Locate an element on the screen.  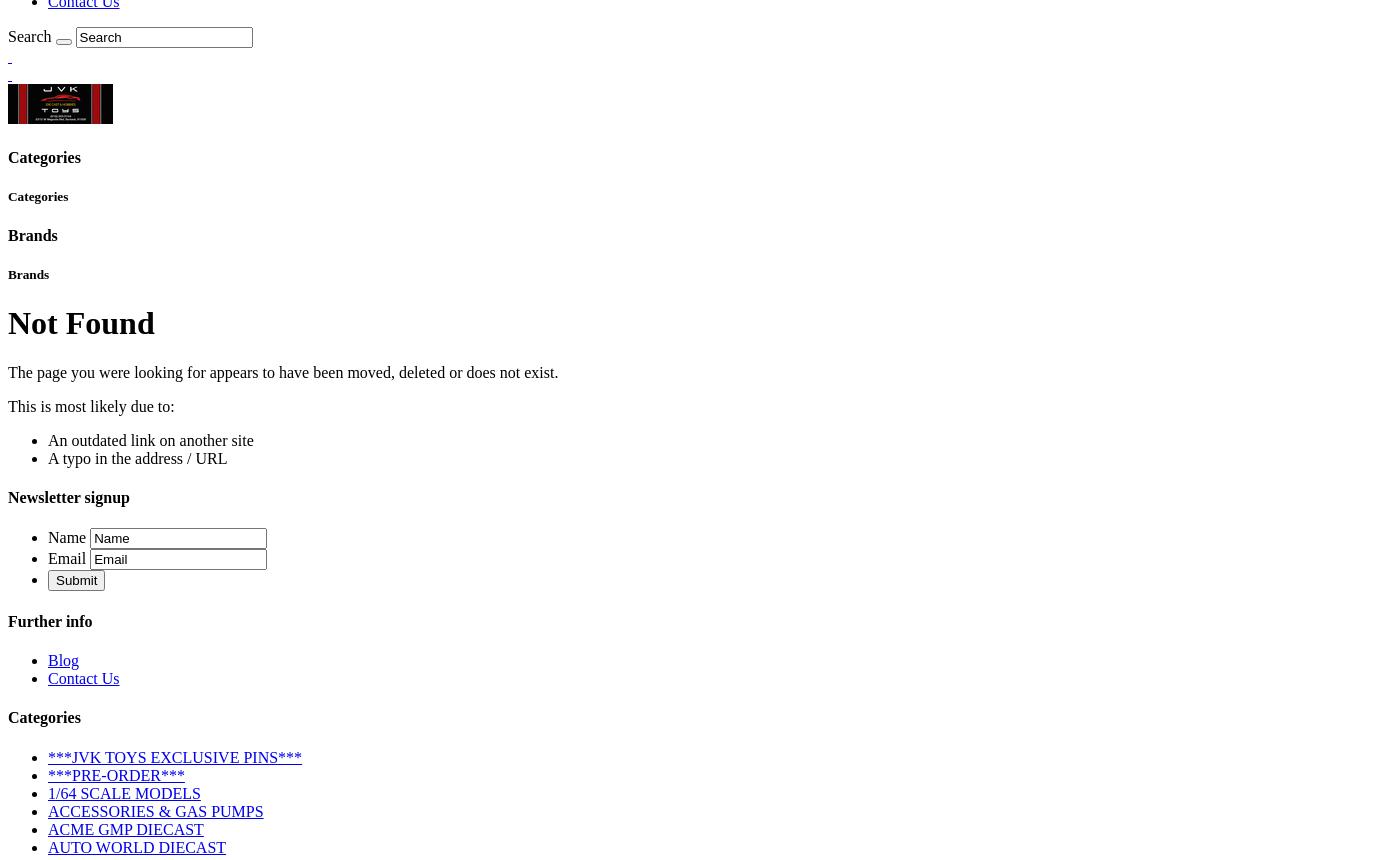
'ACME GMP DIECAST' is located at coordinates (125, 827).